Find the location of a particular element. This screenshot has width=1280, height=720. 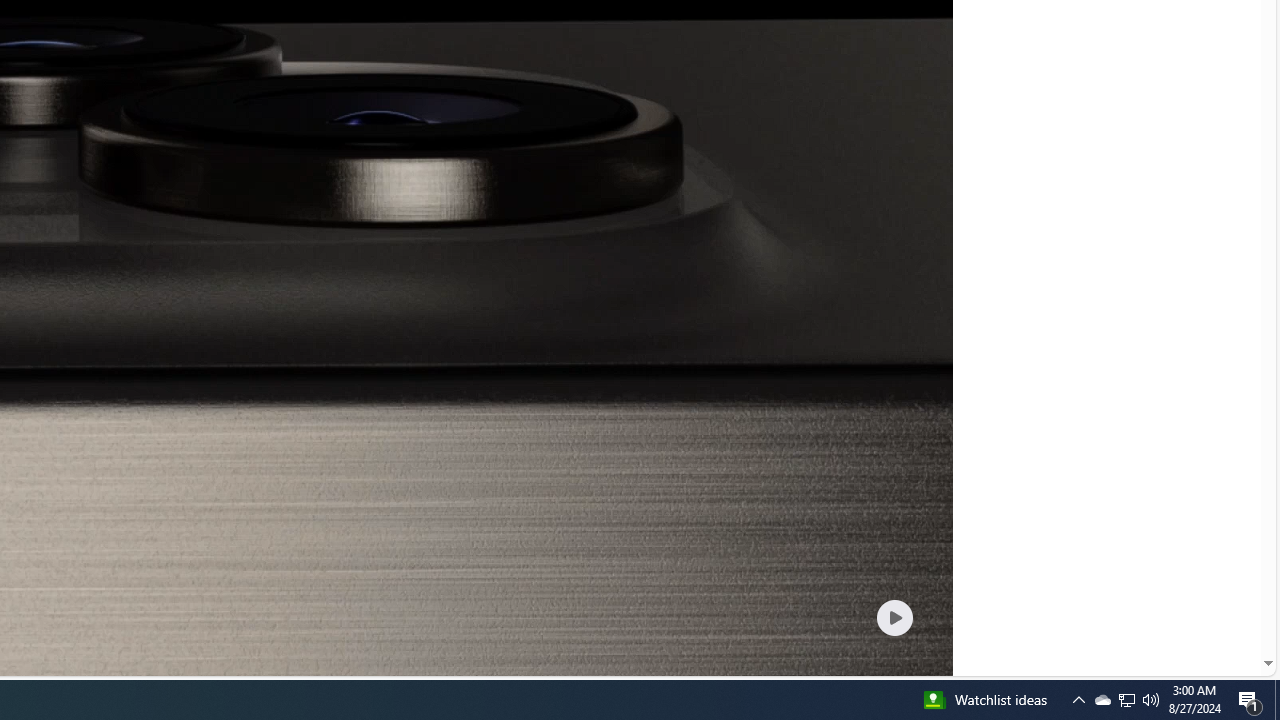

'Play welcome animation video' is located at coordinates (893, 616).